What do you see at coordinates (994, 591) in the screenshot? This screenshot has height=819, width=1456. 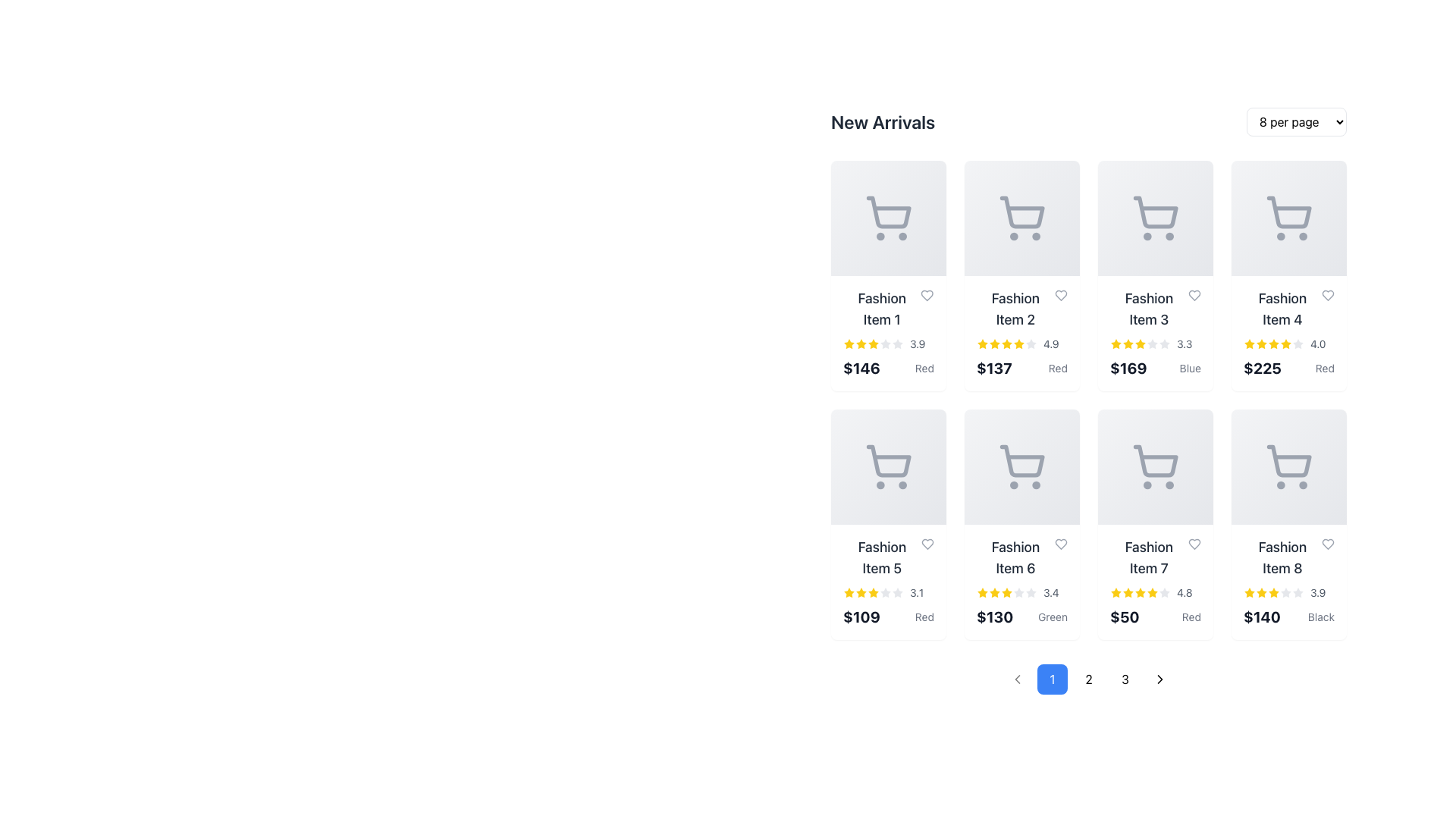 I see `the third star icon in the star rating system for 'Fashion Item 6', which visually represents part of a 3.4 rating` at bounding box center [994, 591].